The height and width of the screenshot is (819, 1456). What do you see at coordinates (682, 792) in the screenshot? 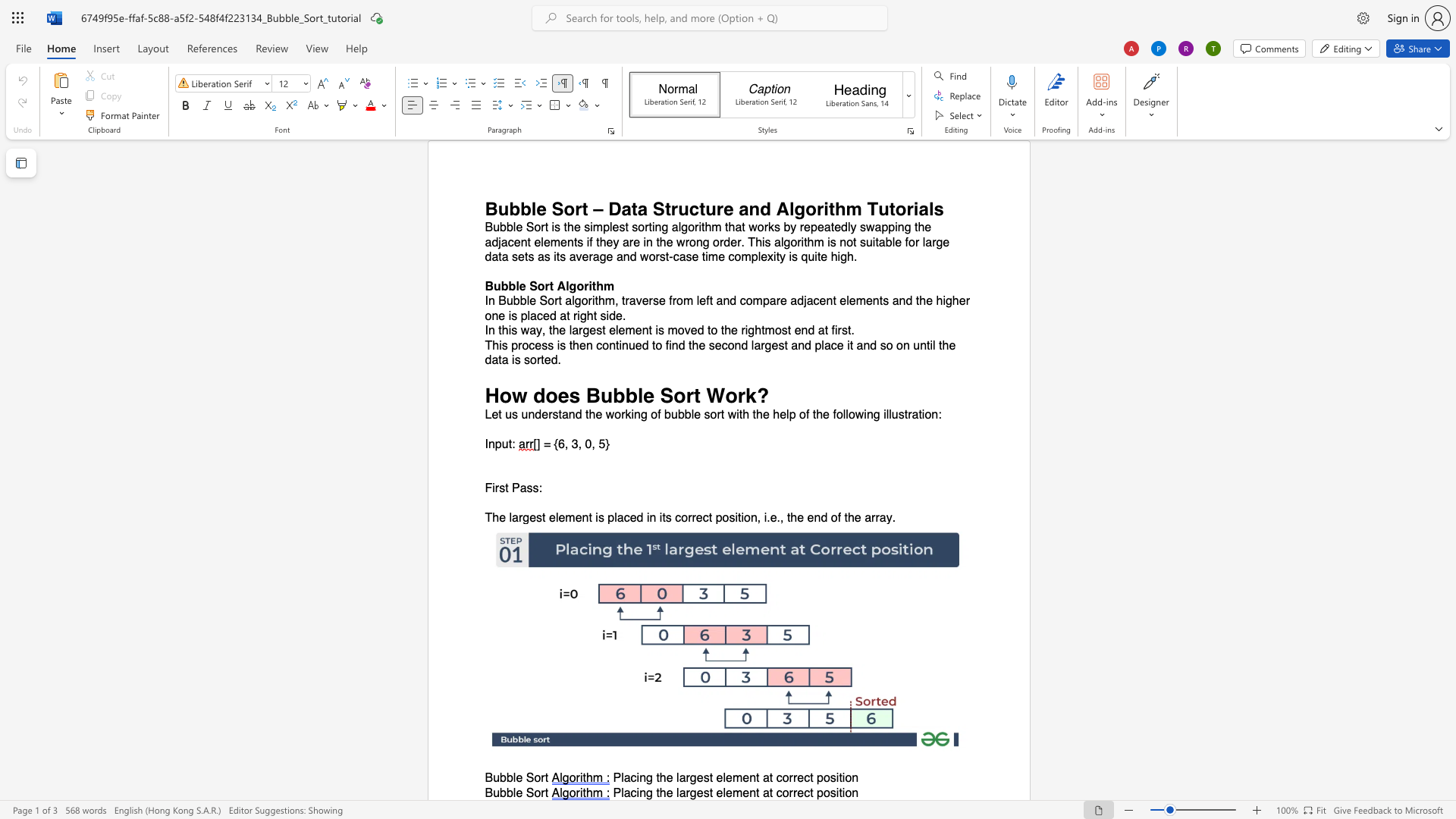
I see `the 2th character "a" in the text` at bounding box center [682, 792].